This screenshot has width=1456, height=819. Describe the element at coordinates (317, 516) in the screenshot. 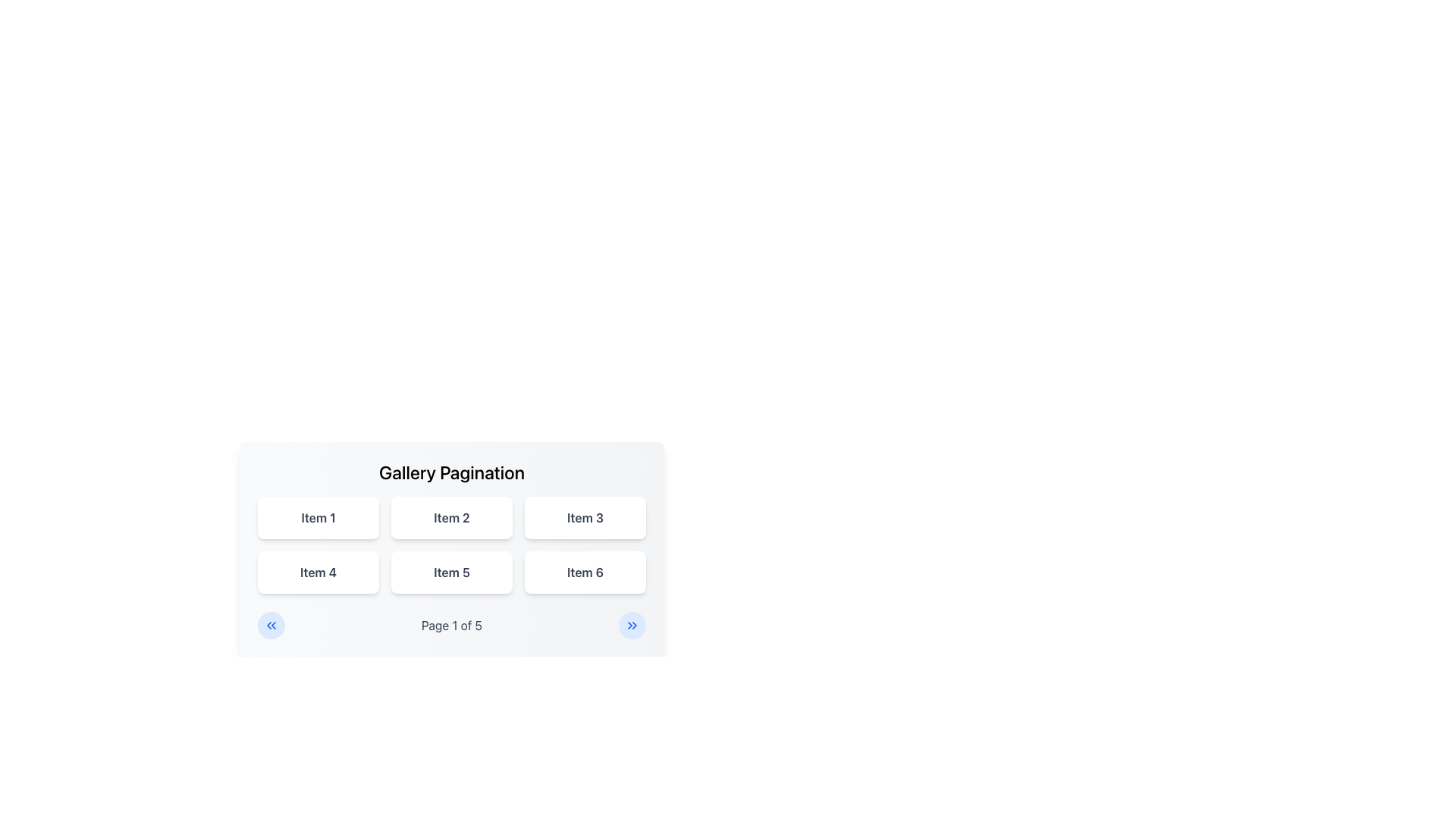

I see `the Text Label located in the top-left corner of the 2x3 grid layout, which provides textual information under the heading 'Gallery Pagination'` at that location.